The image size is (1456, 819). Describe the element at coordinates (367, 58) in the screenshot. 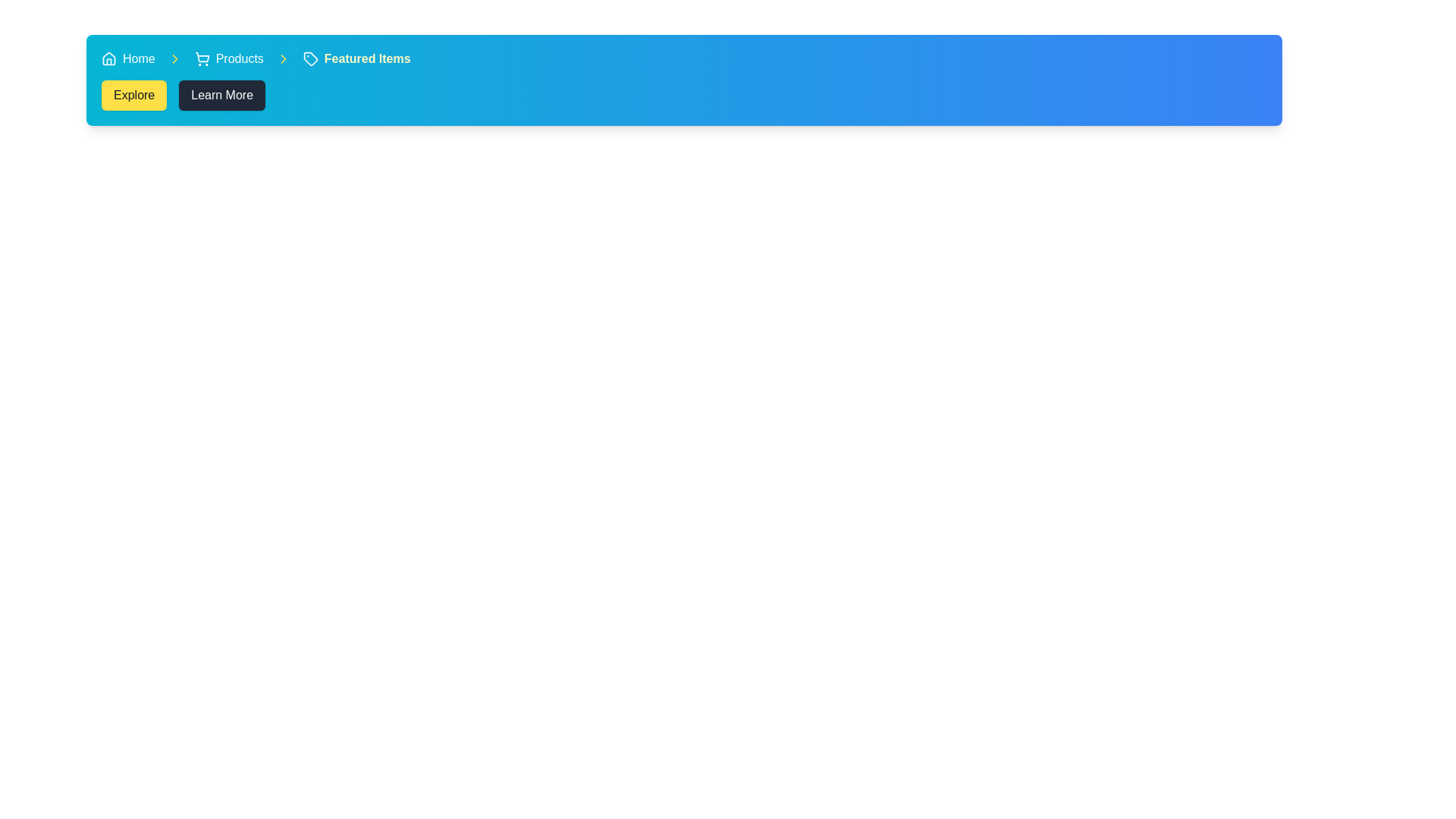

I see `the 'Featured Items' text label located on the top navigation bar, which provides context for the current section the user is viewing` at that location.